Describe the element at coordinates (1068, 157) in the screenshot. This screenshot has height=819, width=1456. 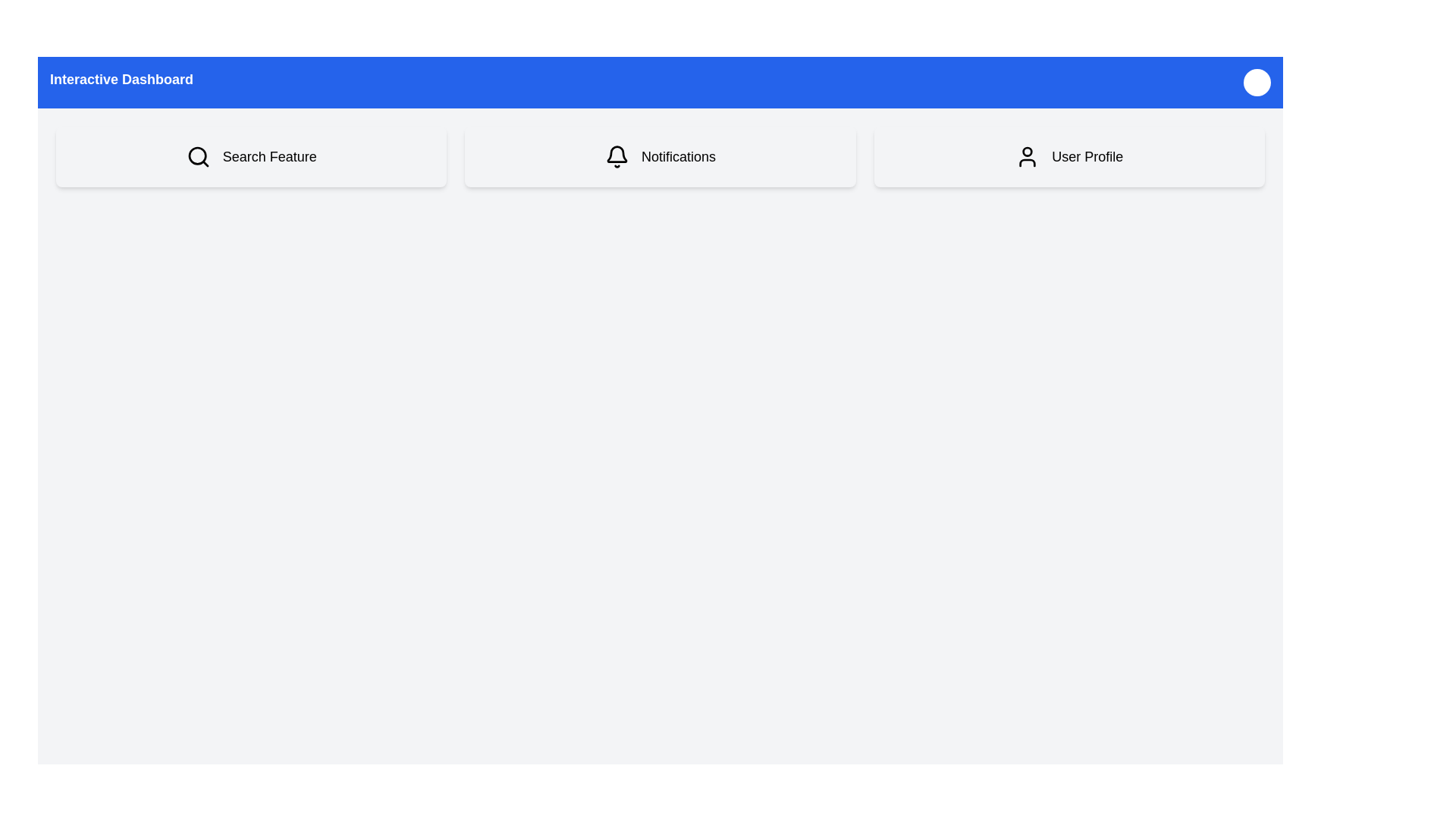
I see `the 'User Profile' card, which is the third card in a row of three, styled with a light gray background and rounded corners` at that location.